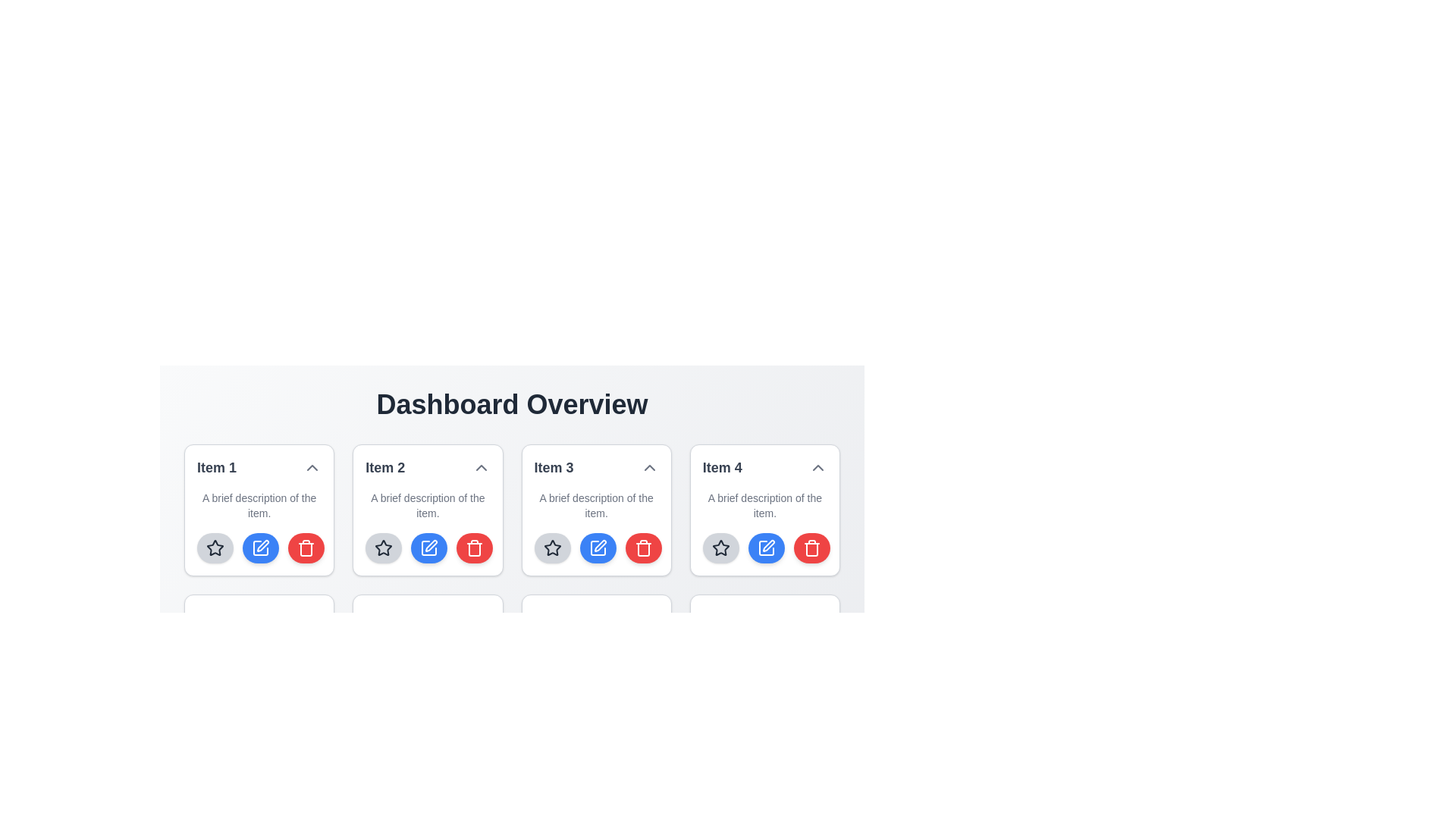 The image size is (1456, 819). I want to click on the edit button associated with 'Item 2', which is the second button in a row of three action buttons located at the bottom, so click(427, 548).